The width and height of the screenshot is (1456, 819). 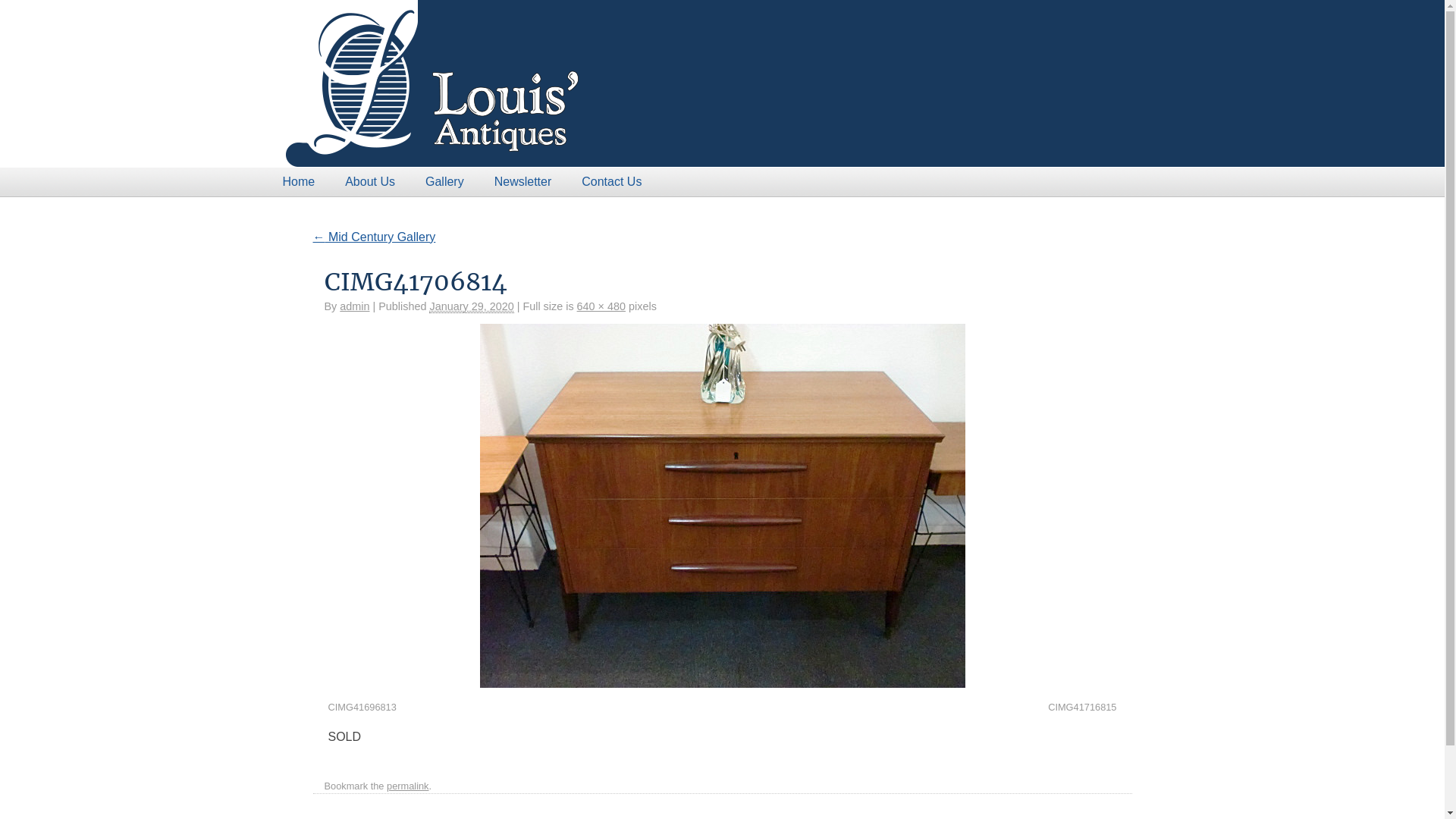 What do you see at coordinates (353, 306) in the screenshot?
I see `'admin'` at bounding box center [353, 306].